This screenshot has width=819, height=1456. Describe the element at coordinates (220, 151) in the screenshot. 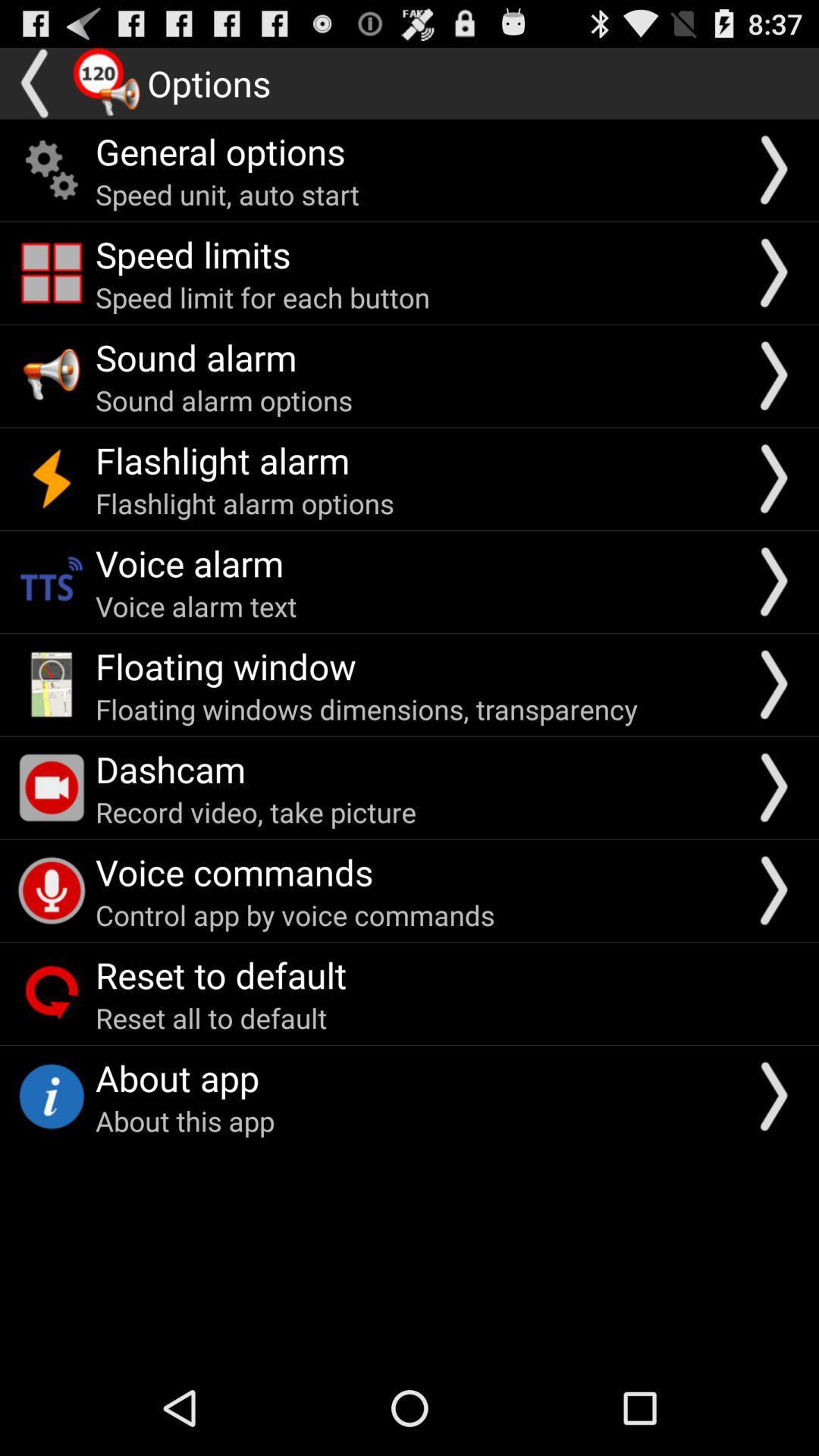

I see `general options icon` at that location.